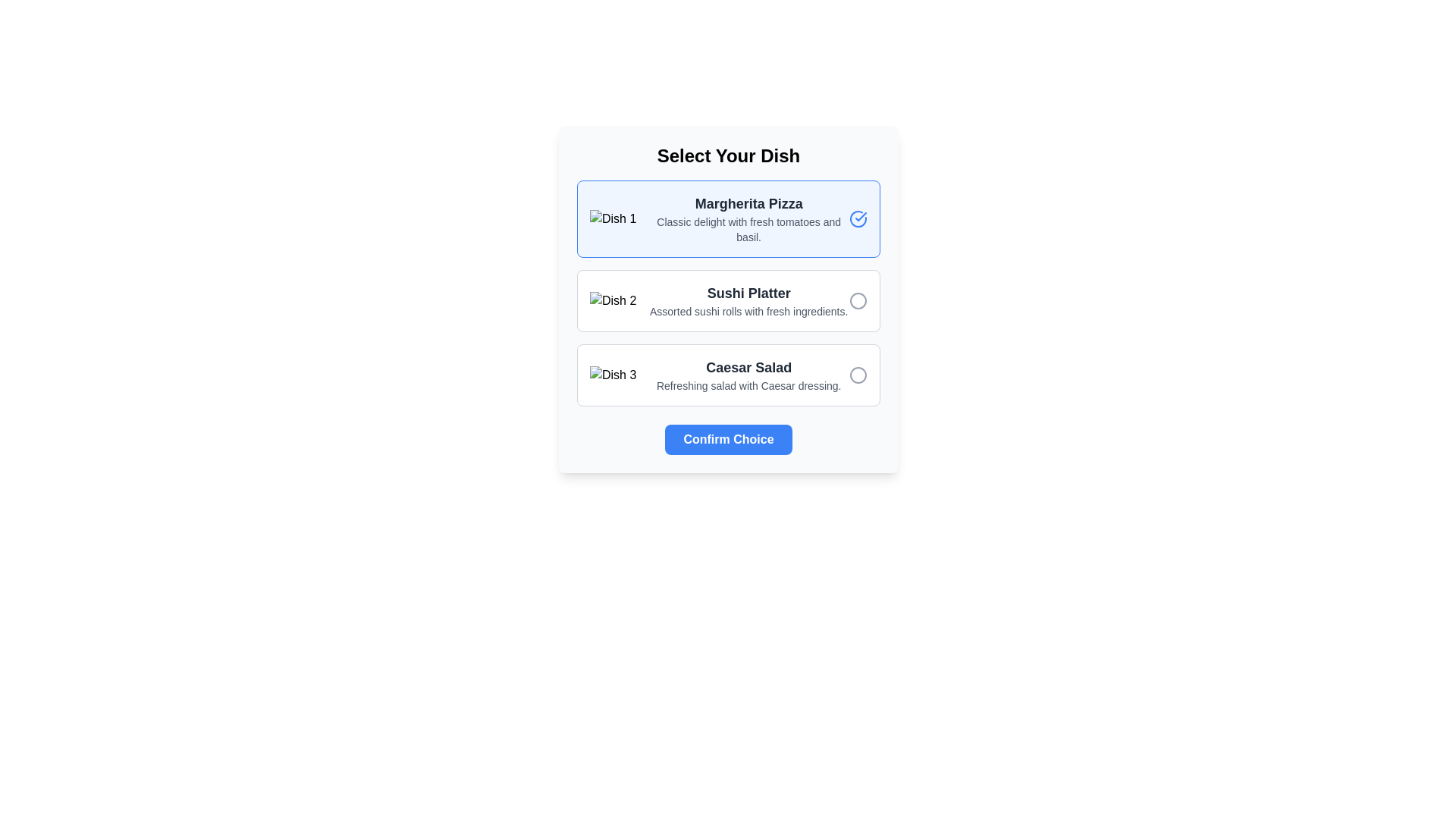 The height and width of the screenshot is (819, 1456). What do you see at coordinates (748, 301) in the screenshot?
I see `the text element displaying 'Sushi Platter', which is the second option in the list of selectable items, positioned between 'Margherita Pizza' and 'Caesar Salad'` at bounding box center [748, 301].